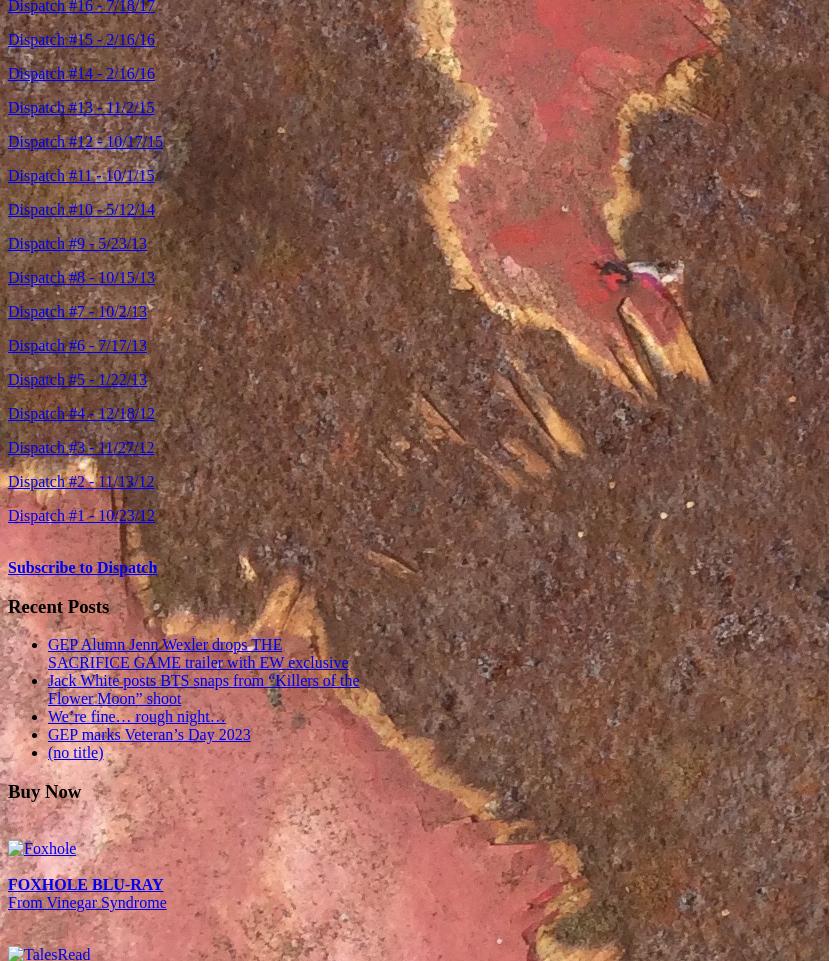 The width and height of the screenshot is (832, 961). What do you see at coordinates (84, 139) in the screenshot?
I see `'Dispatch #12 - 10/17/15'` at bounding box center [84, 139].